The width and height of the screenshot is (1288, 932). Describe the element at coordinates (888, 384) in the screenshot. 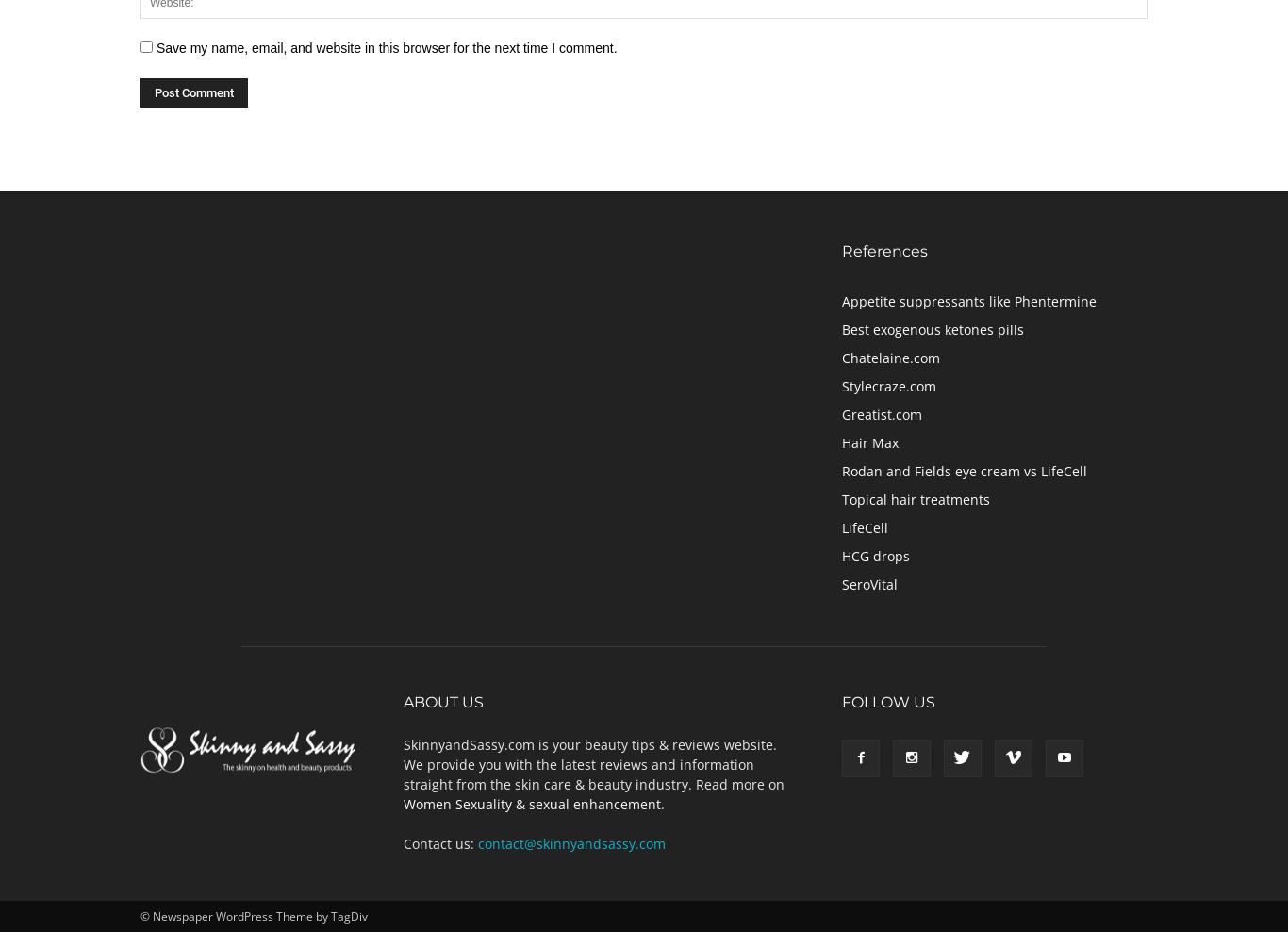

I see `'Stylecraze.com'` at that location.